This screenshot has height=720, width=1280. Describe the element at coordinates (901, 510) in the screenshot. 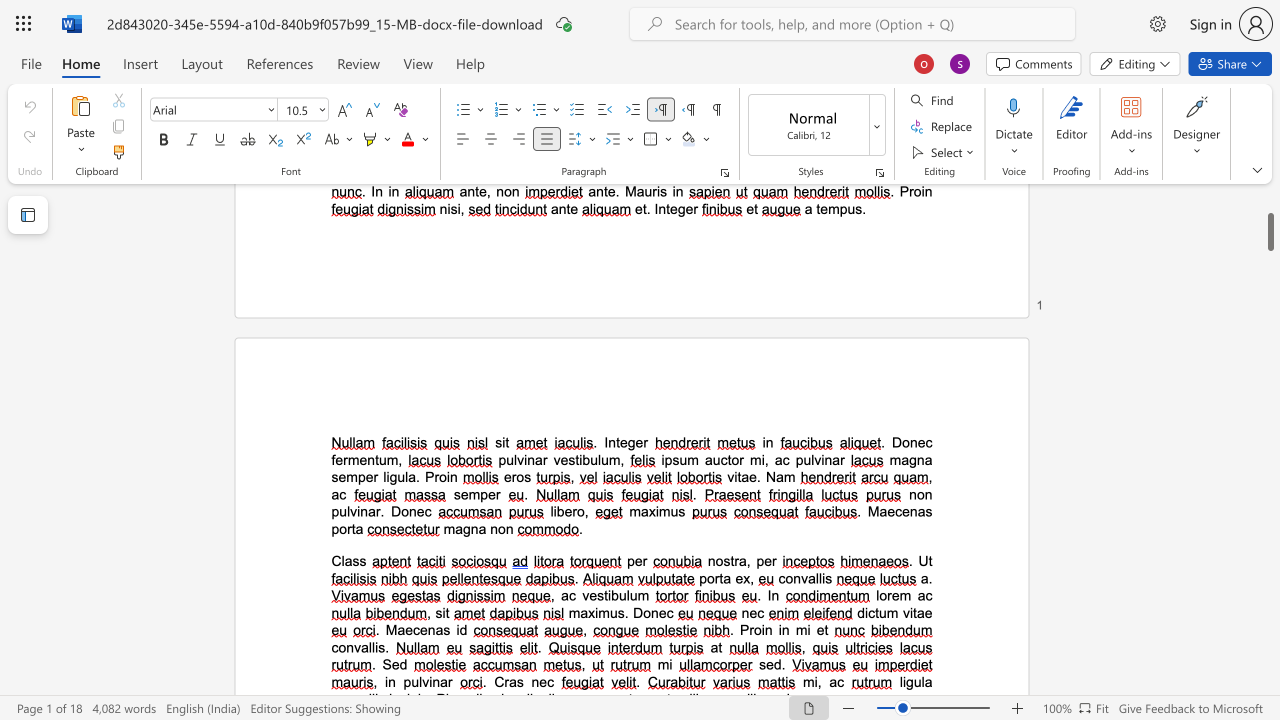

I see `the space between the continuous character "c" and "e" in the text` at that location.